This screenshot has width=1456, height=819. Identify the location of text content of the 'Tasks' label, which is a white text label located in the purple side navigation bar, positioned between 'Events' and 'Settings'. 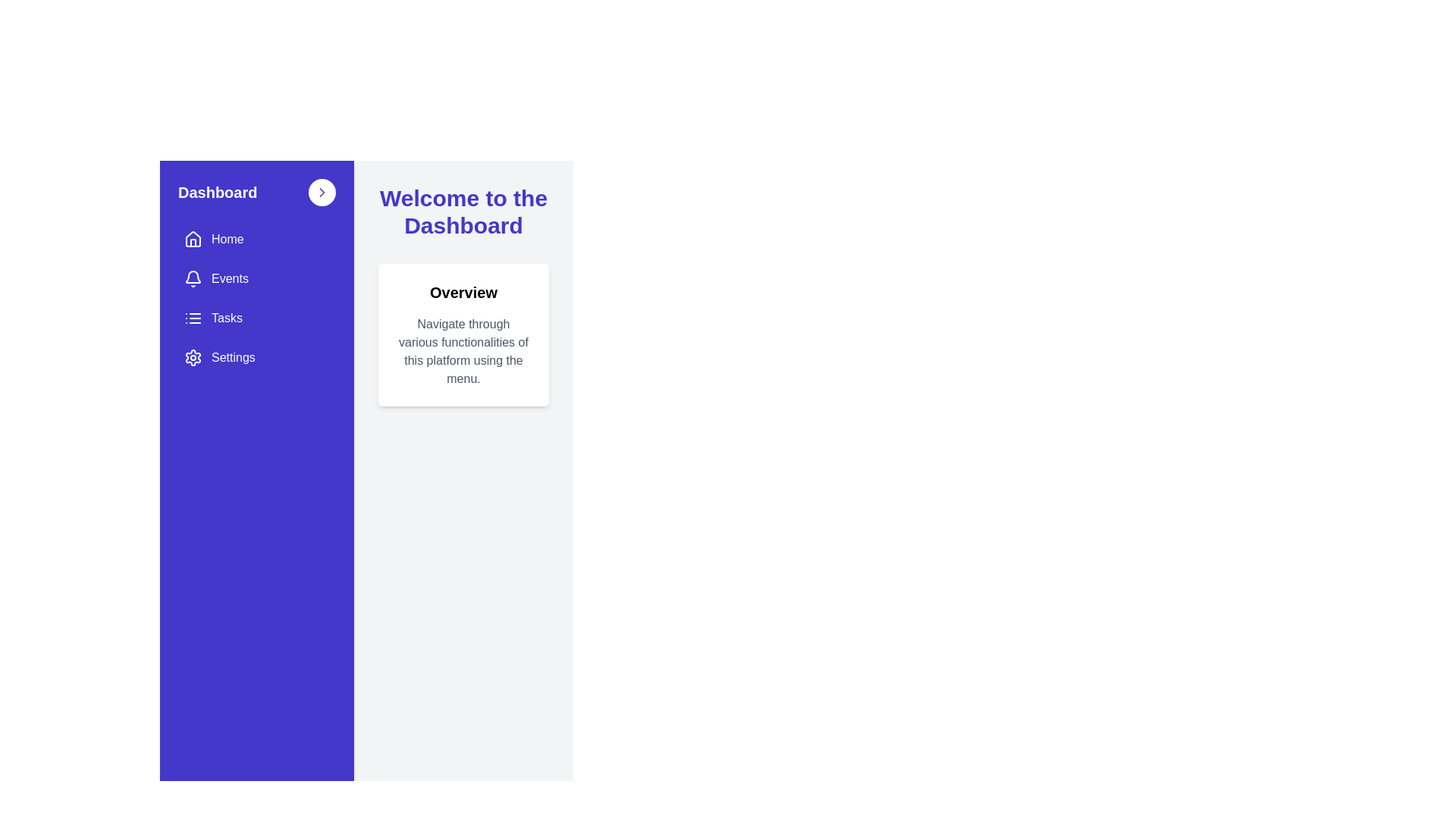
(226, 318).